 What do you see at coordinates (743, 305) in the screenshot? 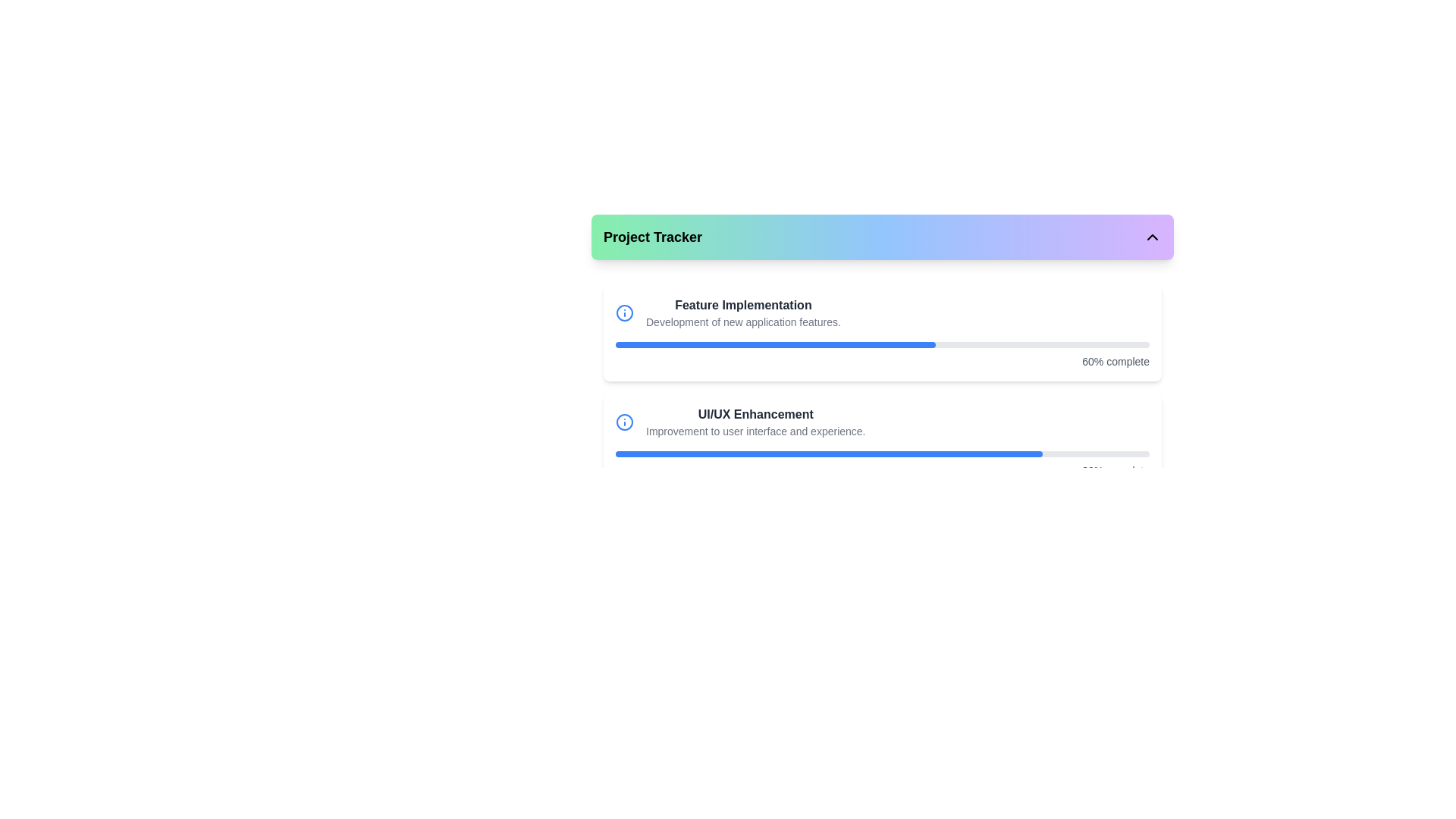
I see `the static text element that serves as a header for the feature implementation section, positioned above the descriptive text 'Development of new application features.'` at bounding box center [743, 305].